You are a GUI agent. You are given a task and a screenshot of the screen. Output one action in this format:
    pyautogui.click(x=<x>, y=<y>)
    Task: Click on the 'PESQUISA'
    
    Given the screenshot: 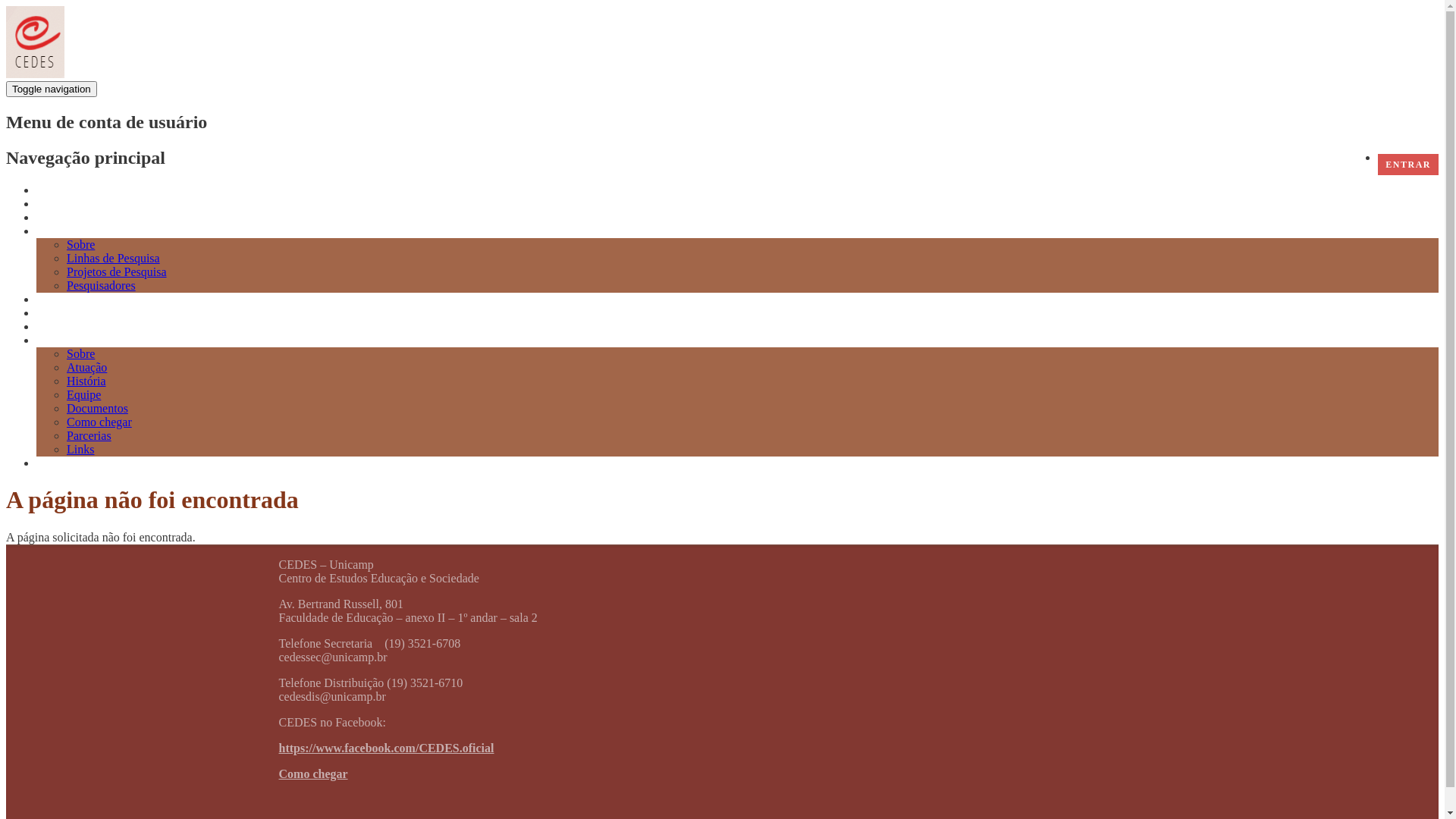 What is the action you would take?
    pyautogui.click(x=64, y=231)
    